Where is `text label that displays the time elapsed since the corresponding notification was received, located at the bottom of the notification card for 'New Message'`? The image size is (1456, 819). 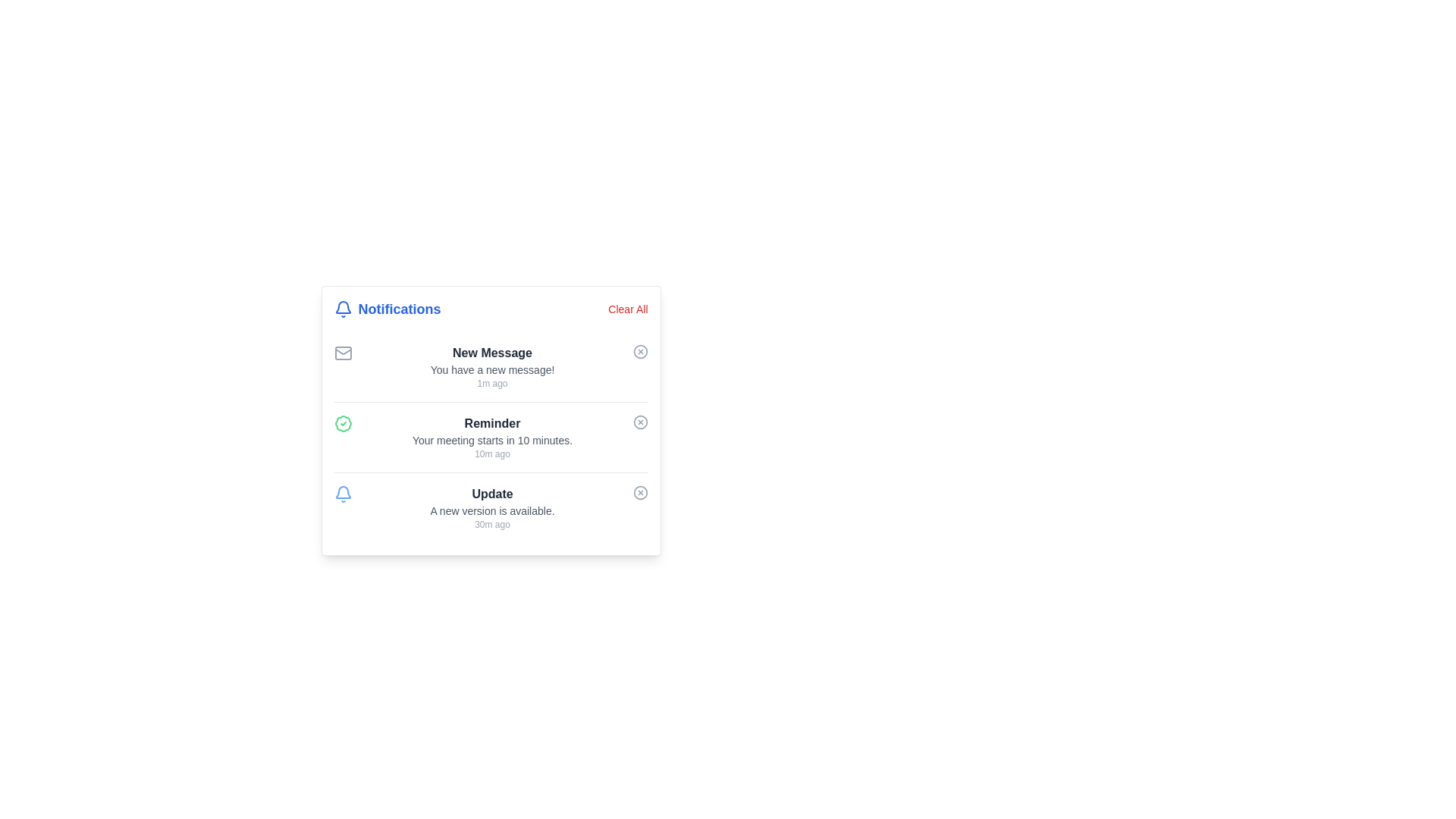
text label that displays the time elapsed since the corresponding notification was received, located at the bottom of the notification card for 'New Message' is located at coordinates (492, 382).